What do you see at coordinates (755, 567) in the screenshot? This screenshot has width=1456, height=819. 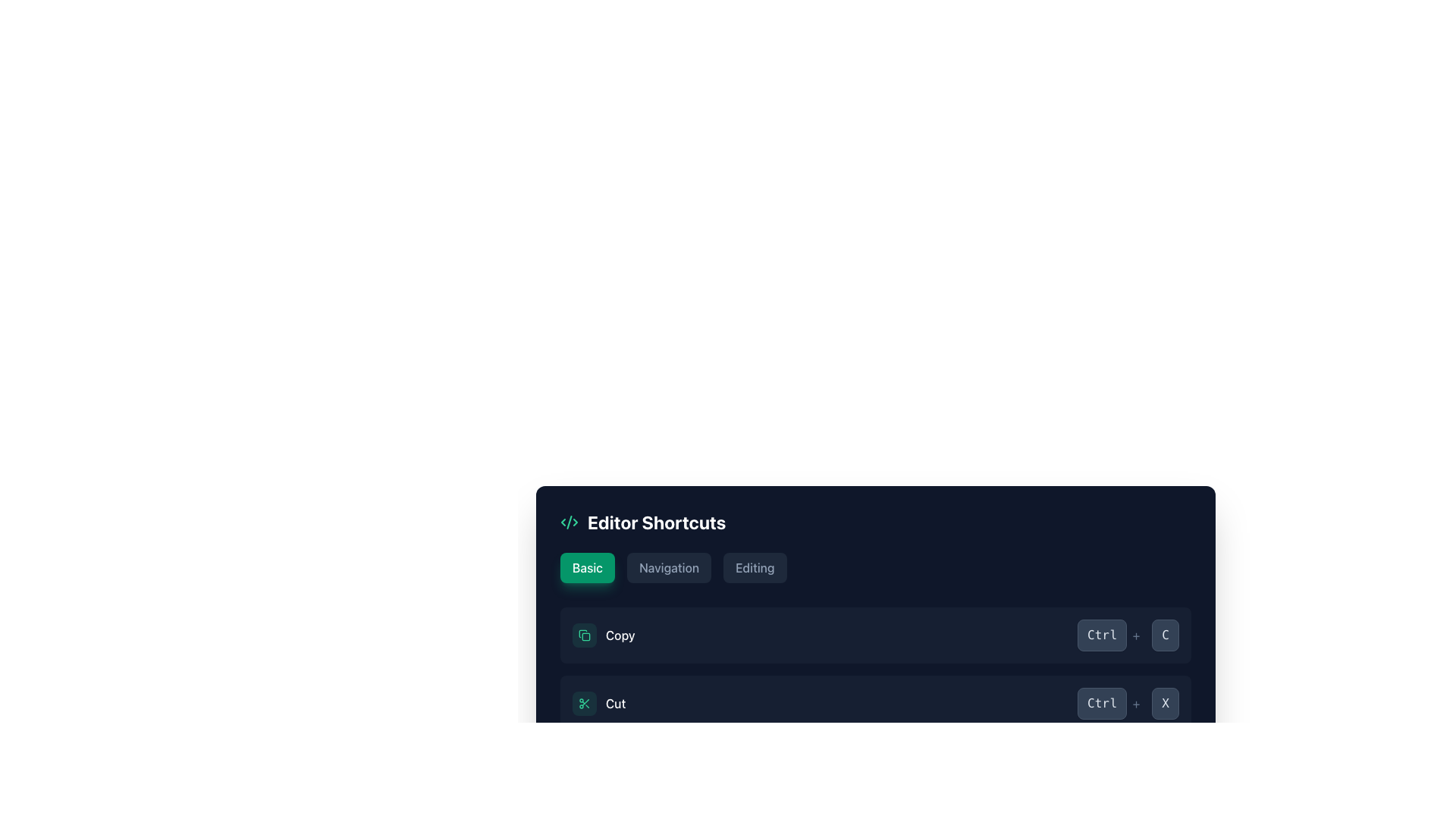 I see `the content of the Text Label indicating the 'Editing' category of shortcuts, which is centered within its rectangular button in the upper section of the interface` at bounding box center [755, 567].